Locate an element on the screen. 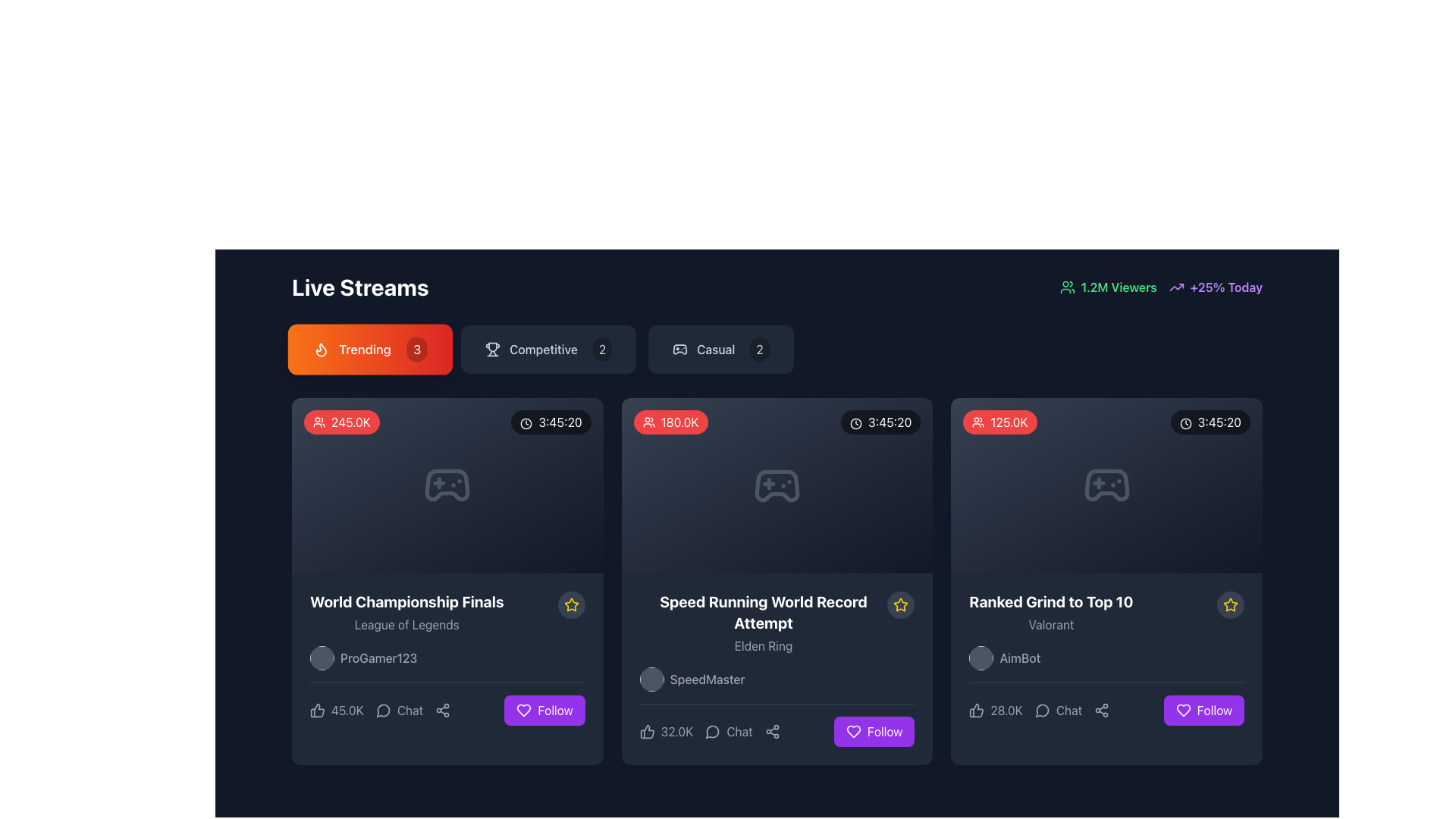 Image resolution: width=1456 pixels, height=819 pixels. the follow button located at the bottom right of the rightmost card is located at coordinates (544, 711).